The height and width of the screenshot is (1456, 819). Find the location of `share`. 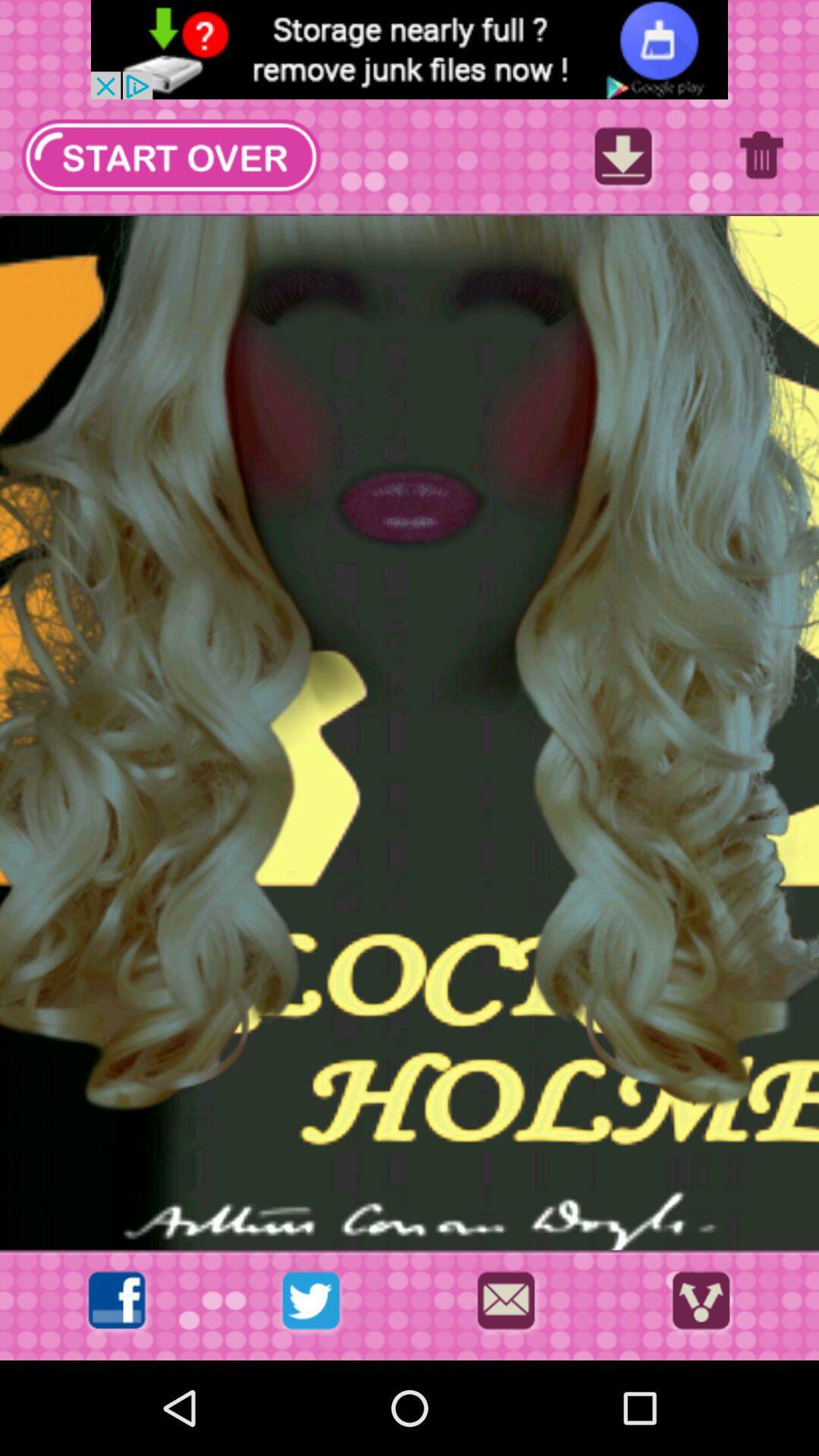

share is located at coordinates (701, 1304).